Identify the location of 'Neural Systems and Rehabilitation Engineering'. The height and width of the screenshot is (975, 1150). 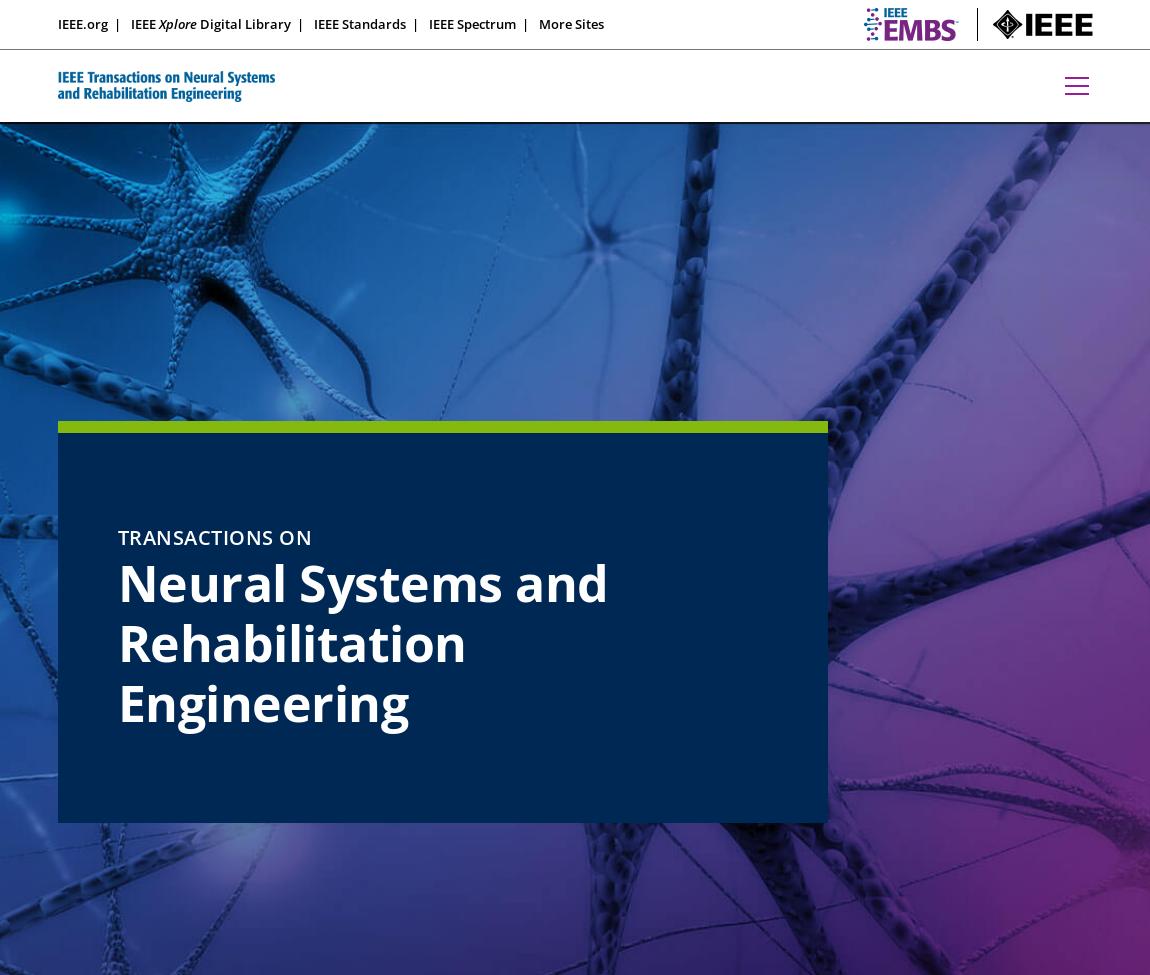
(362, 643).